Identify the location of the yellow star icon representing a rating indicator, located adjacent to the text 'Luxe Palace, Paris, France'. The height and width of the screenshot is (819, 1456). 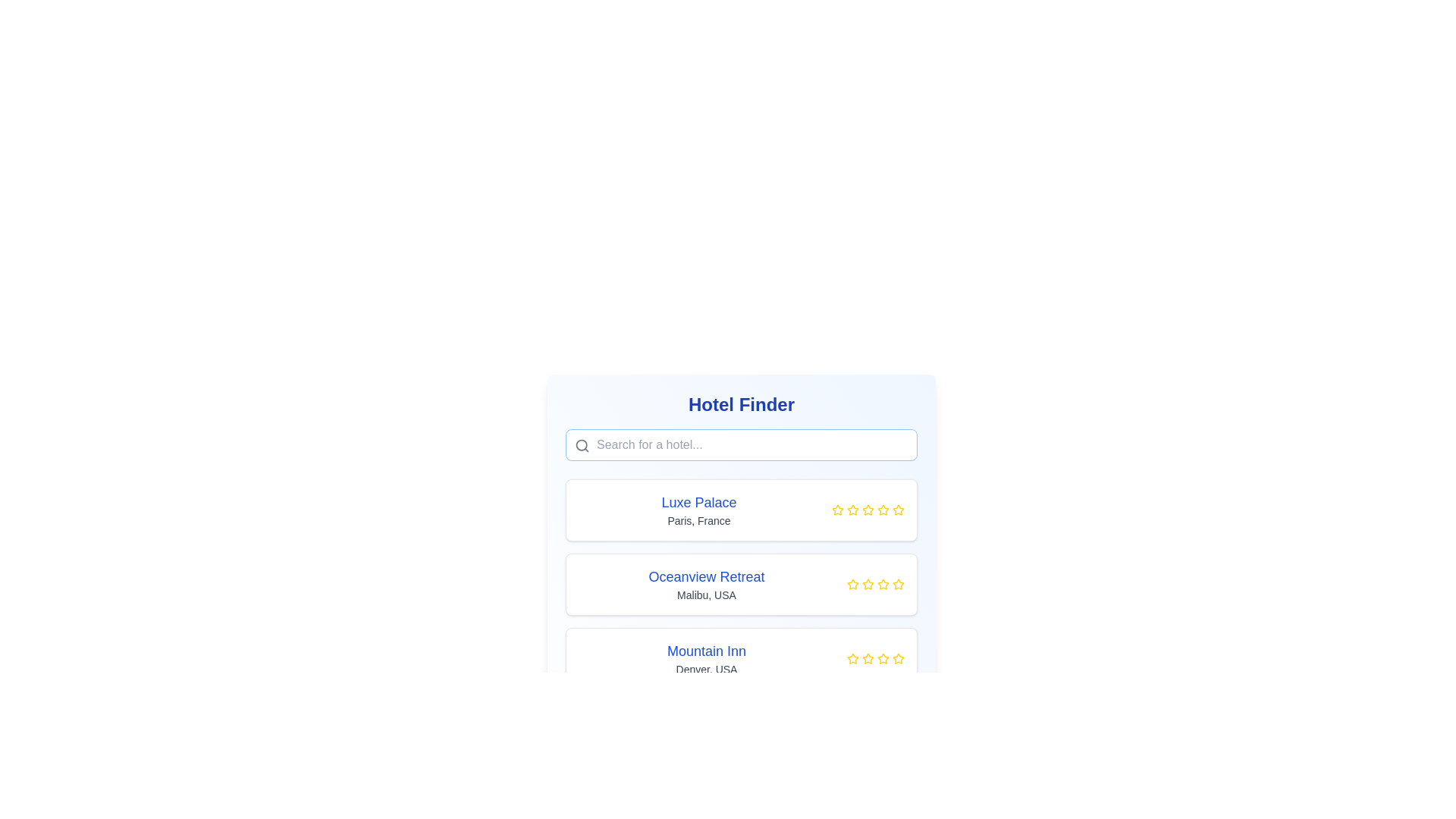
(836, 510).